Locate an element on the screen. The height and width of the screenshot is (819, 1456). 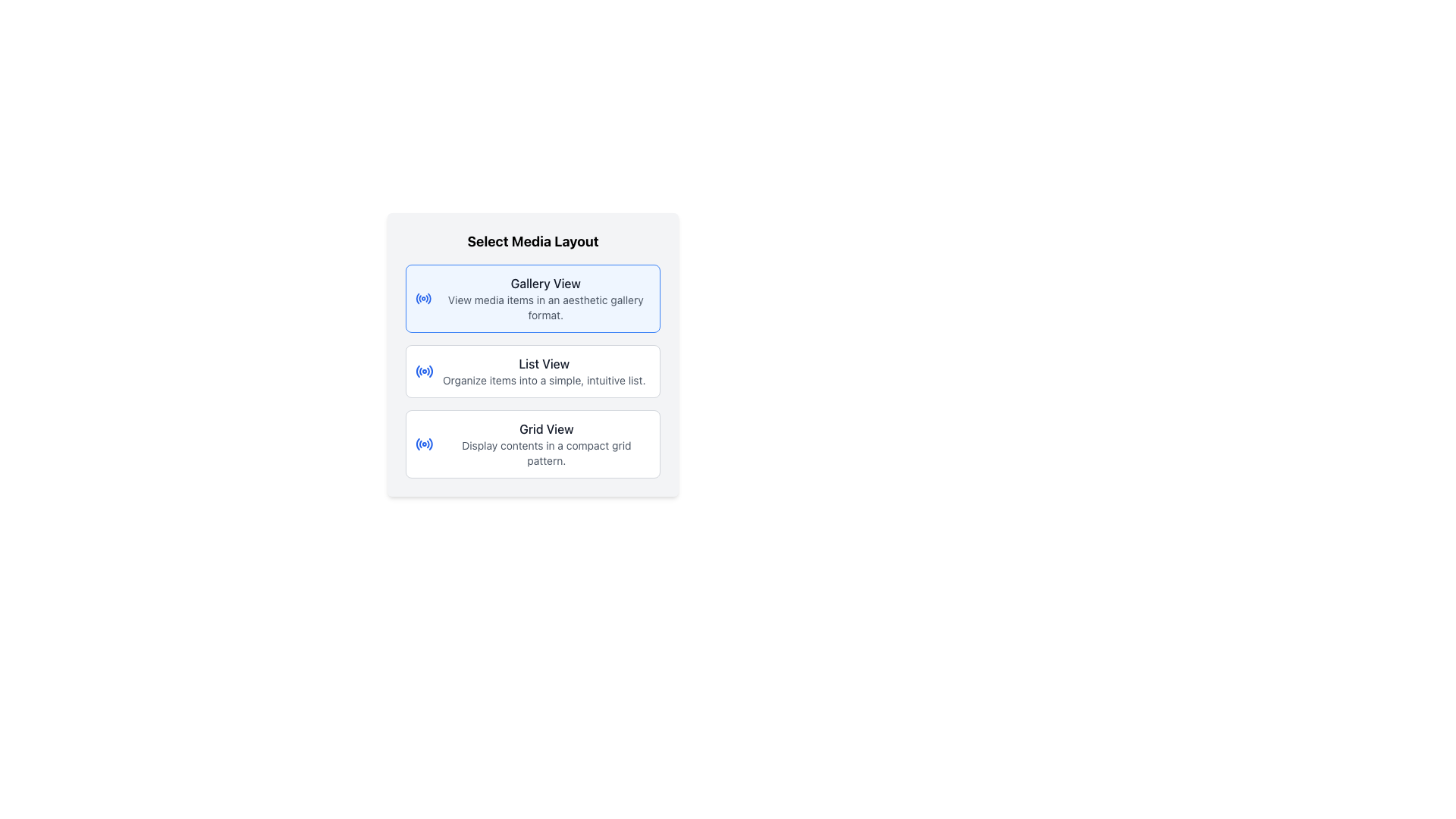
the middle button for selecting the list view layout, which is positioned between the 'Gallery View' and 'Grid View' options is located at coordinates (532, 371).